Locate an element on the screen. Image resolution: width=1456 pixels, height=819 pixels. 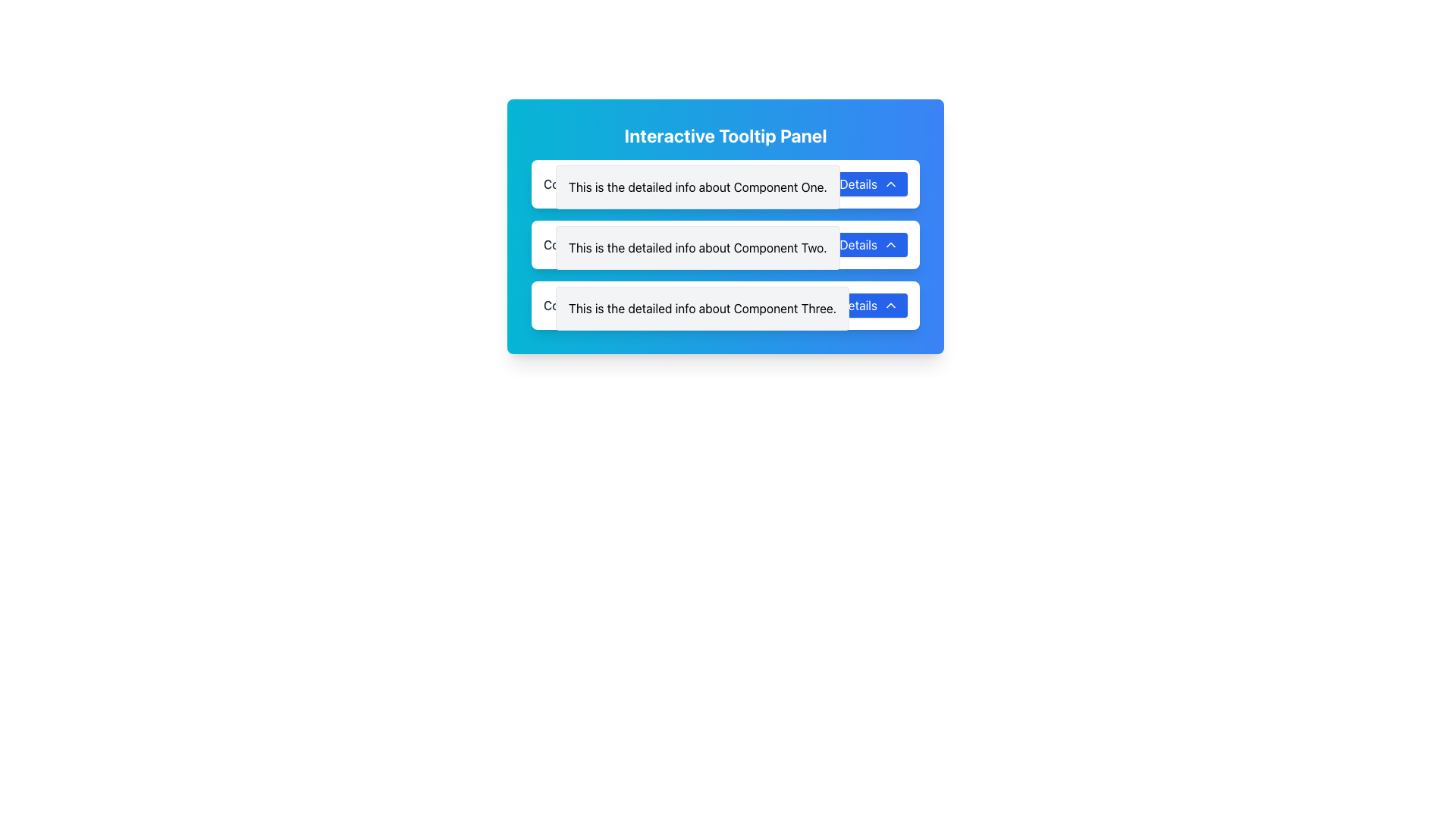
the 'Details' button with a bright blue background and white text is located at coordinates (869, 305).